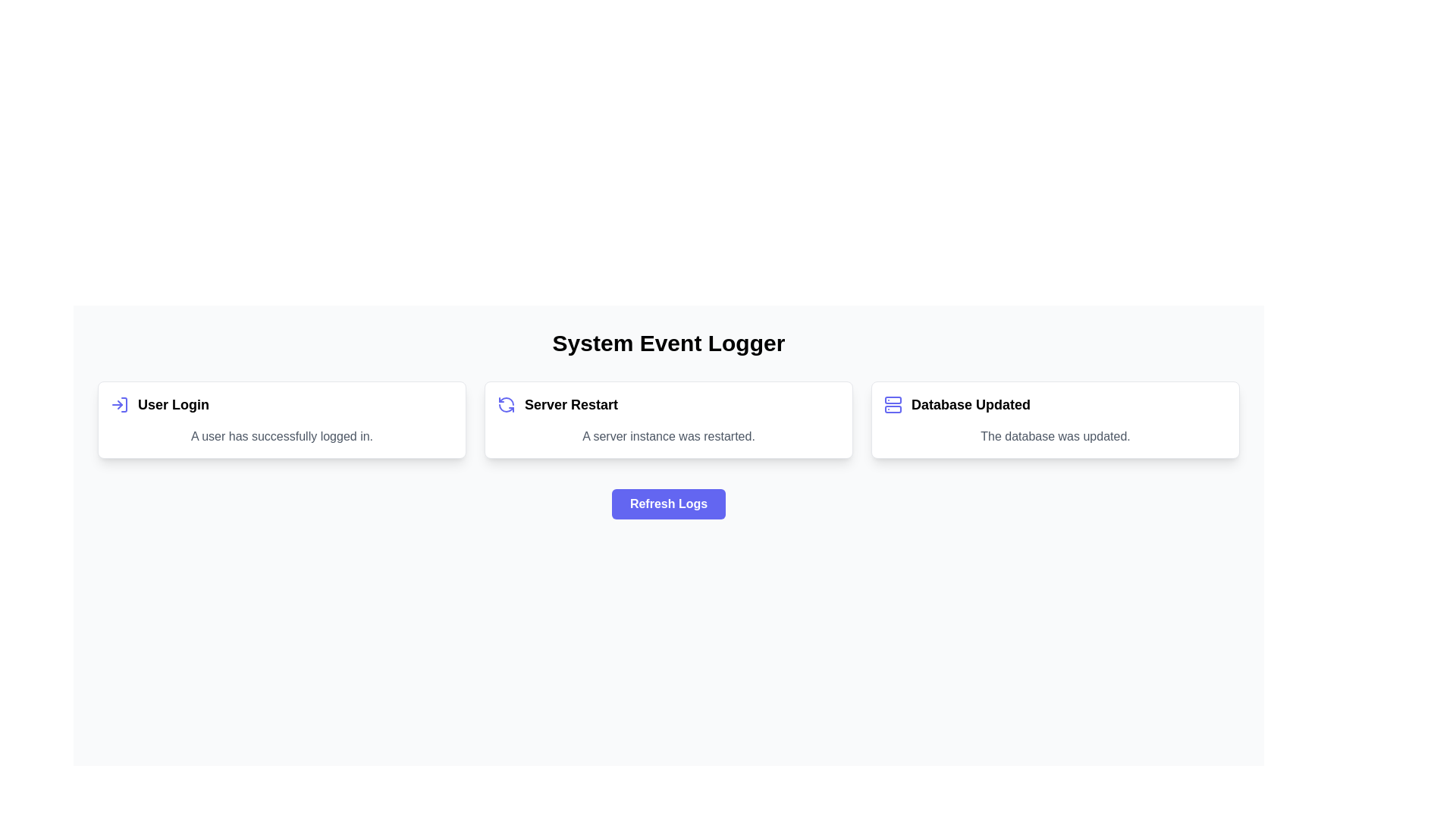 The image size is (1456, 819). Describe the element at coordinates (282, 436) in the screenshot. I see `the confirmation message static text label that indicates a successful login, positioned below the 'User Login' title and next to the log-in icon` at that location.